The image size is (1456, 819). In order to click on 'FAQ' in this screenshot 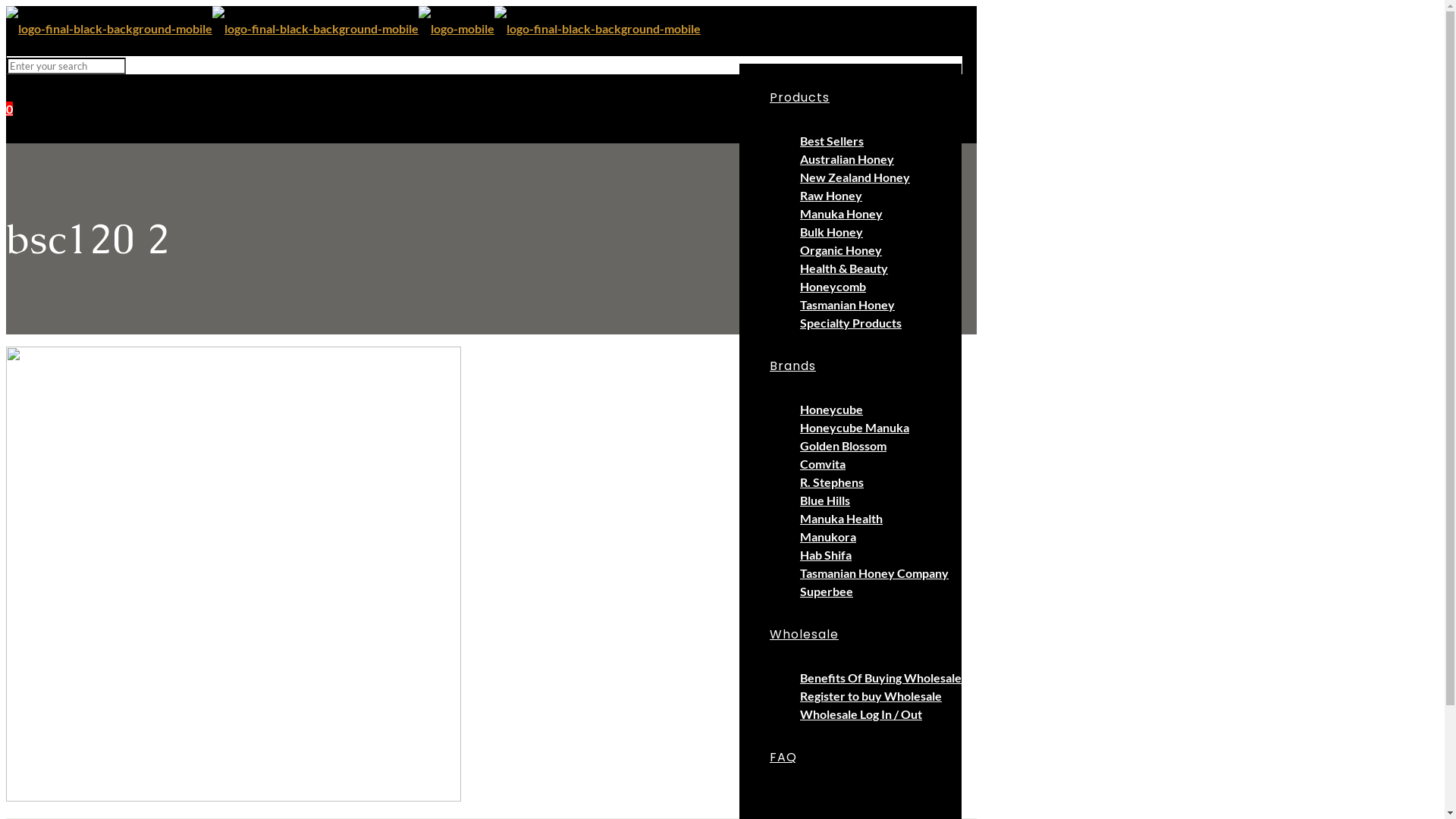, I will do `click(783, 757)`.